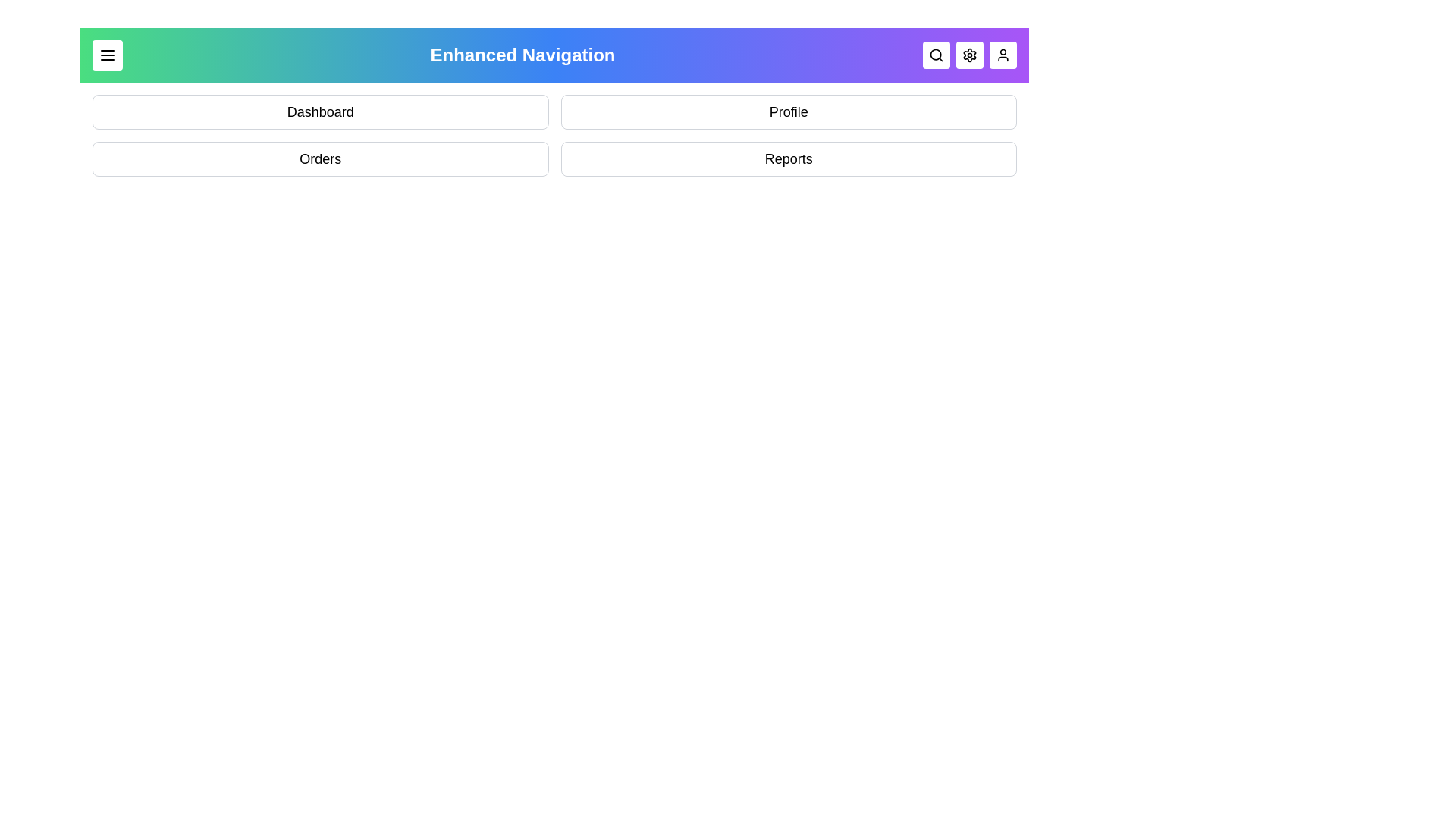 The image size is (1456, 819). What do you see at coordinates (107, 55) in the screenshot?
I see `the menu toggle button to toggle the menu visibility` at bounding box center [107, 55].